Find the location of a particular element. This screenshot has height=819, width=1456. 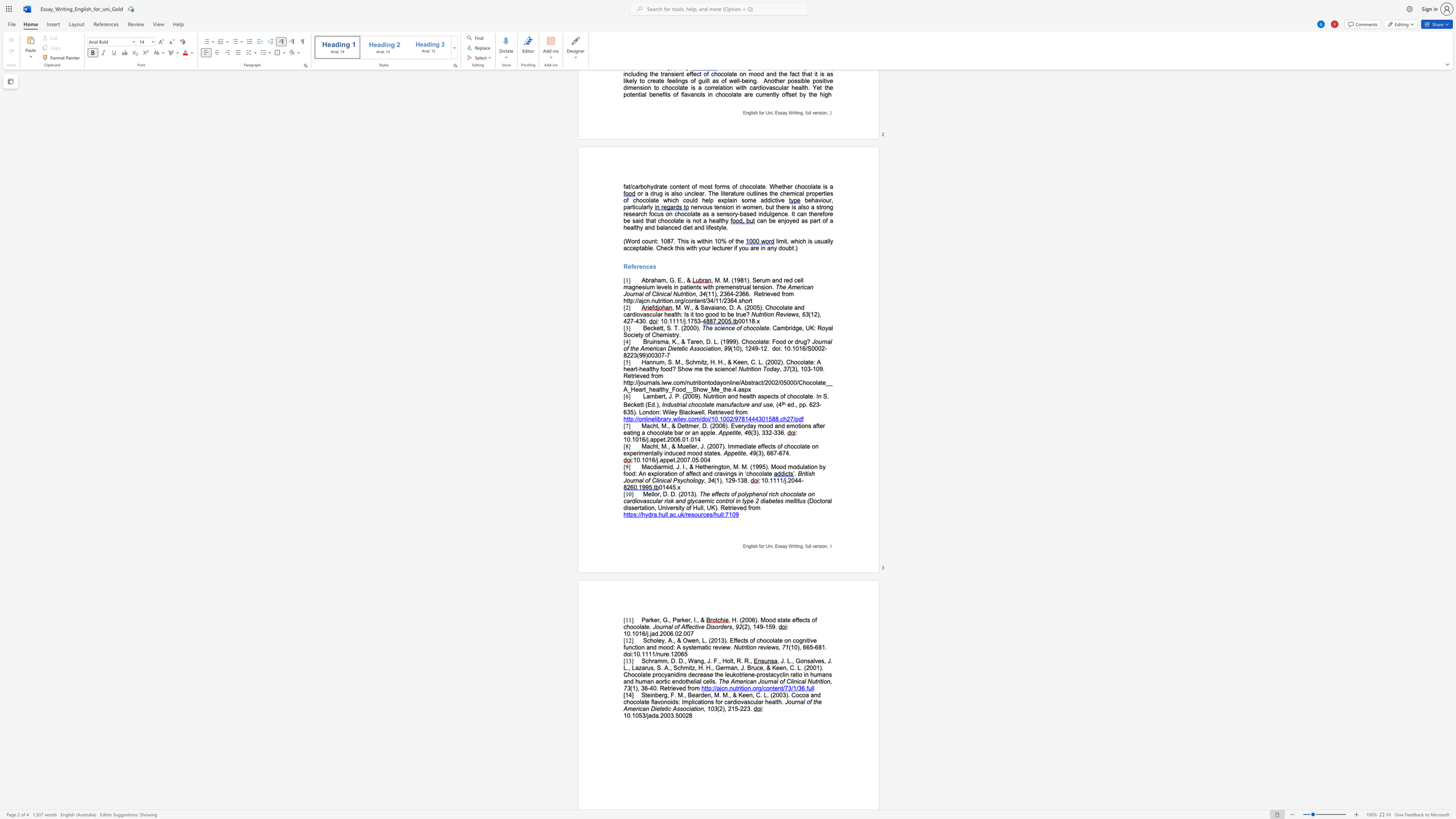

the subset text "0.11" within the text ": 10.1111/j.2044-" is located at coordinates (764, 480).